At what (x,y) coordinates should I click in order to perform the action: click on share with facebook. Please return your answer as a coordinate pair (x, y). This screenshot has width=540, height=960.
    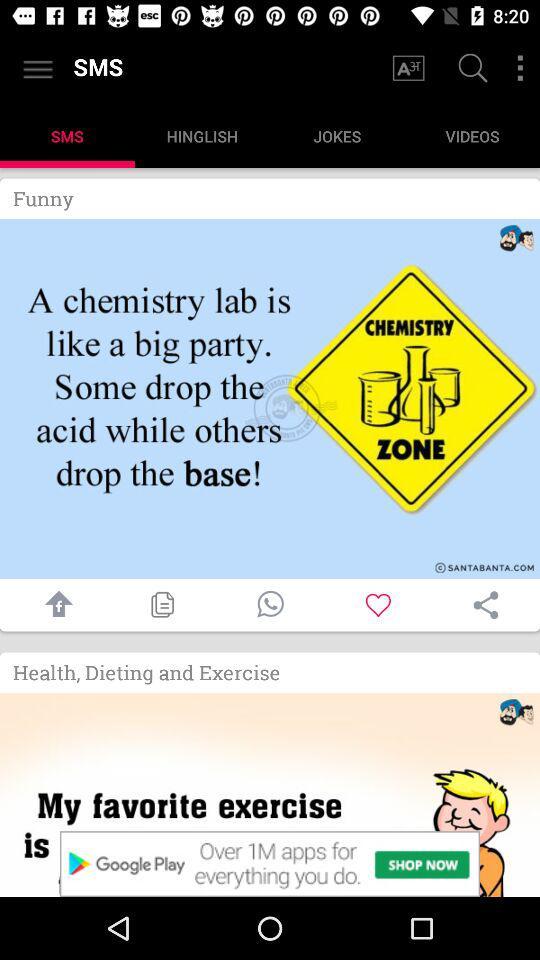
    Looking at the image, I should click on (54, 604).